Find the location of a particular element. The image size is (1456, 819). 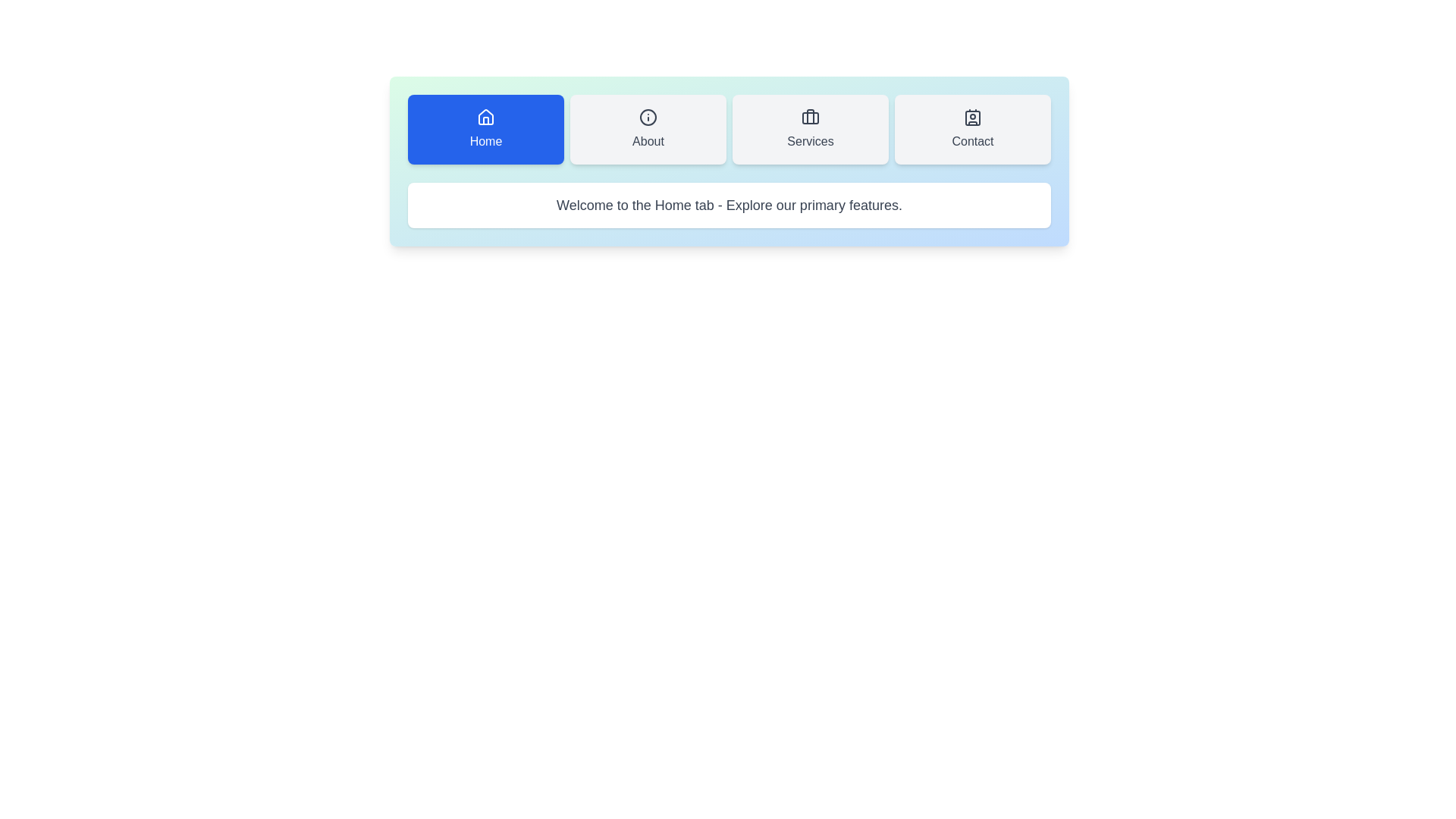

the 'Contact' button, which is a rectangular button with rounded corners featuring a contact book icon and a light gray background is located at coordinates (972, 128).